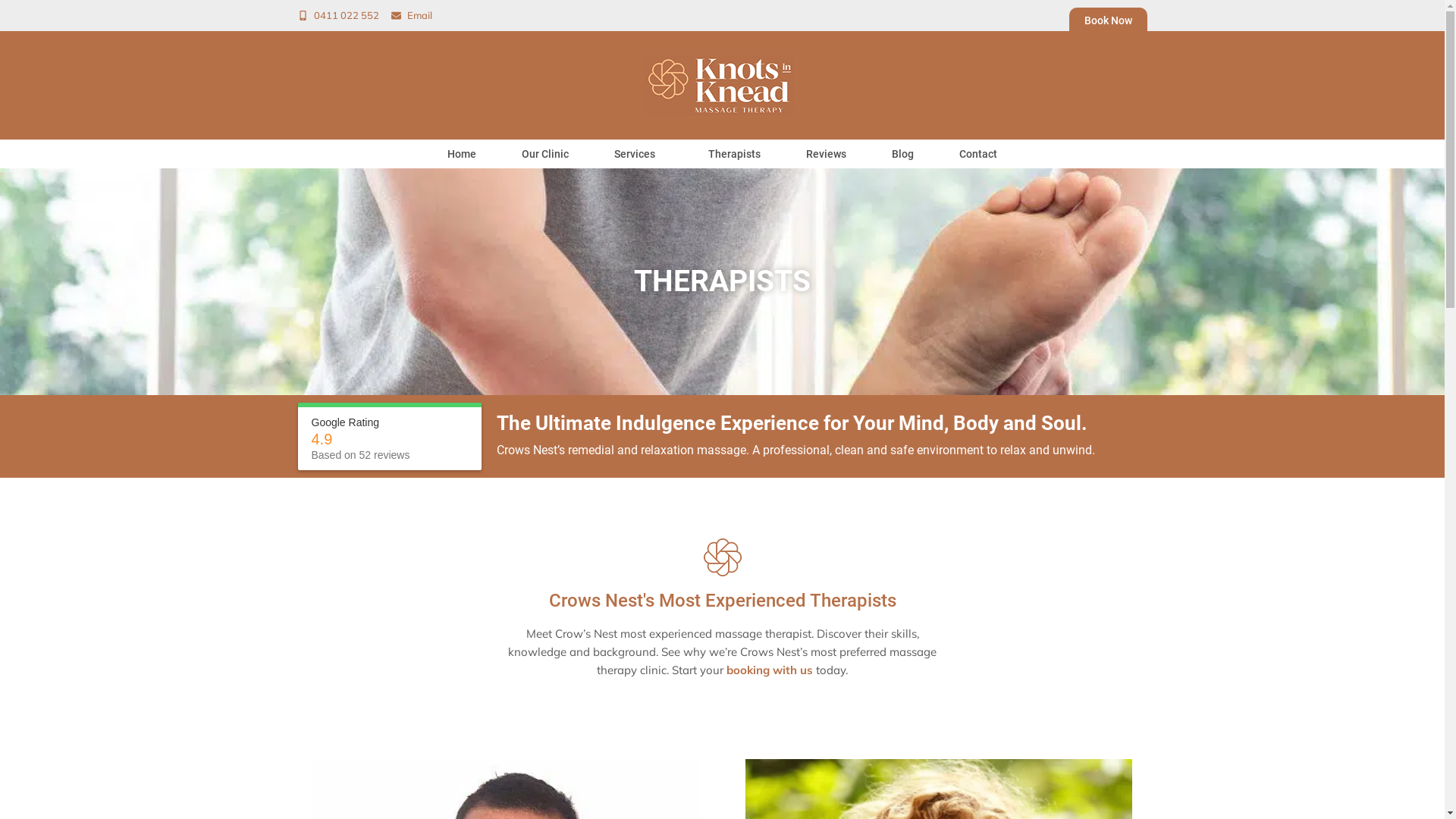 This screenshot has width=1456, height=819. I want to click on 'Our Clinic', so click(545, 154).